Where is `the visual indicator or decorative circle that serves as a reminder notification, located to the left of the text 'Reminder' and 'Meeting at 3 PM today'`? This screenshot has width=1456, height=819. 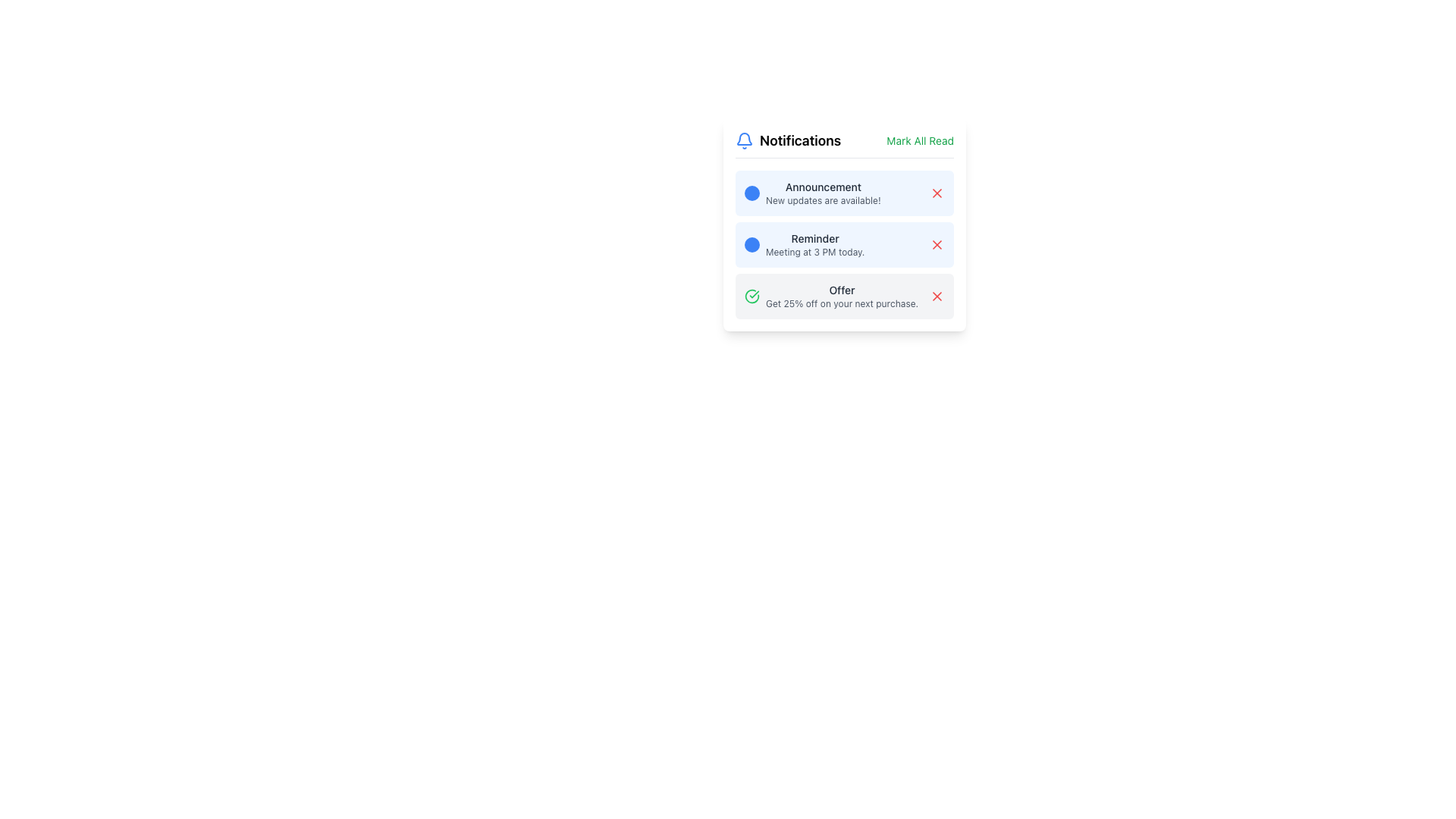 the visual indicator or decorative circle that serves as a reminder notification, located to the left of the text 'Reminder' and 'Meeting at 3 PM today' is located at coordinates (752, 244).